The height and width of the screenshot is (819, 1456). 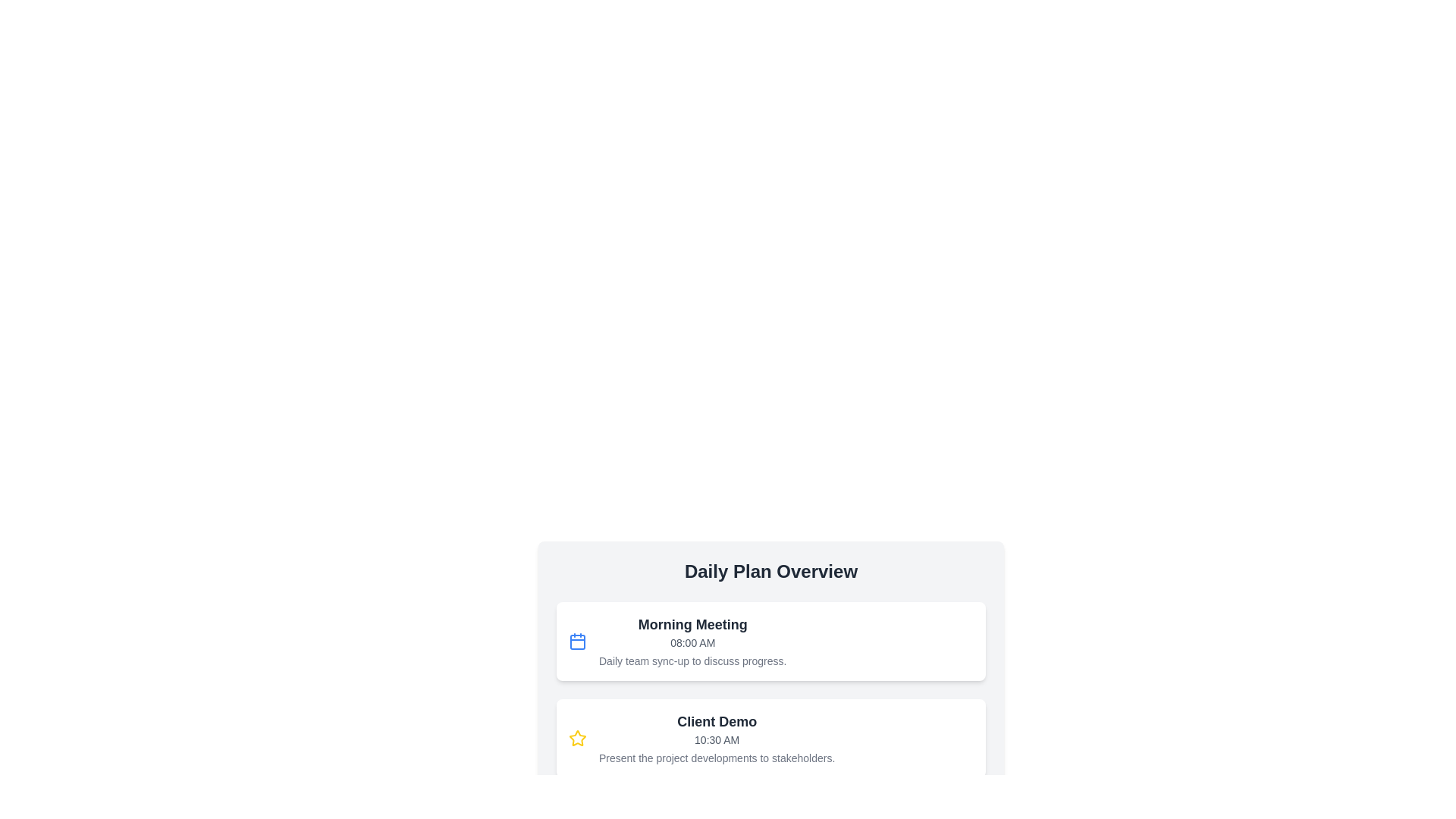 I want to click on text block titled 'Morning Meeting' which contains the time '08:00 AM' and the description 'Daily team sync-up to discuss progress.', so click(x=692, y=641).